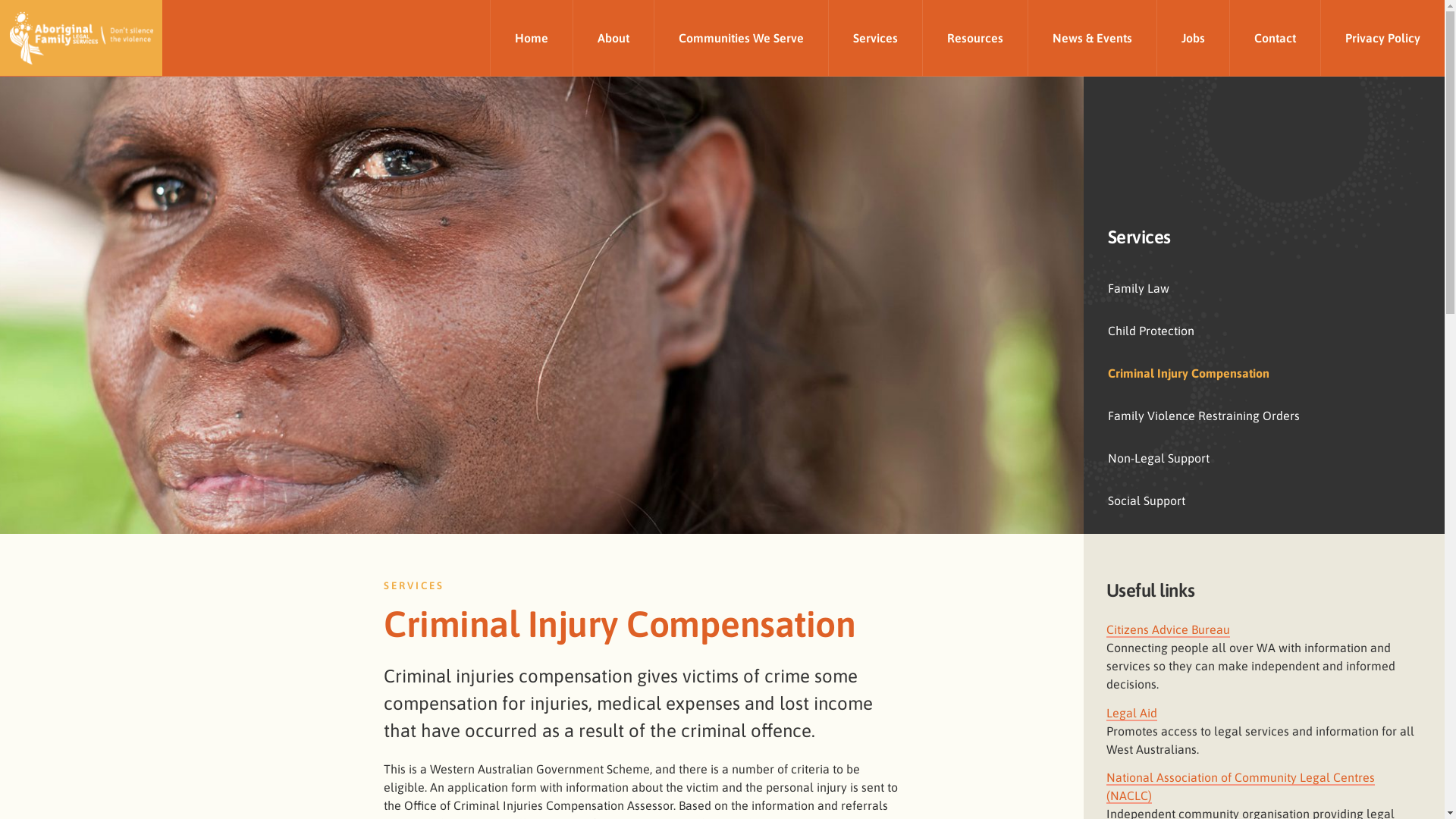 The image size is (1456, 819). I want to click on 'Resources', so click(921, 37).